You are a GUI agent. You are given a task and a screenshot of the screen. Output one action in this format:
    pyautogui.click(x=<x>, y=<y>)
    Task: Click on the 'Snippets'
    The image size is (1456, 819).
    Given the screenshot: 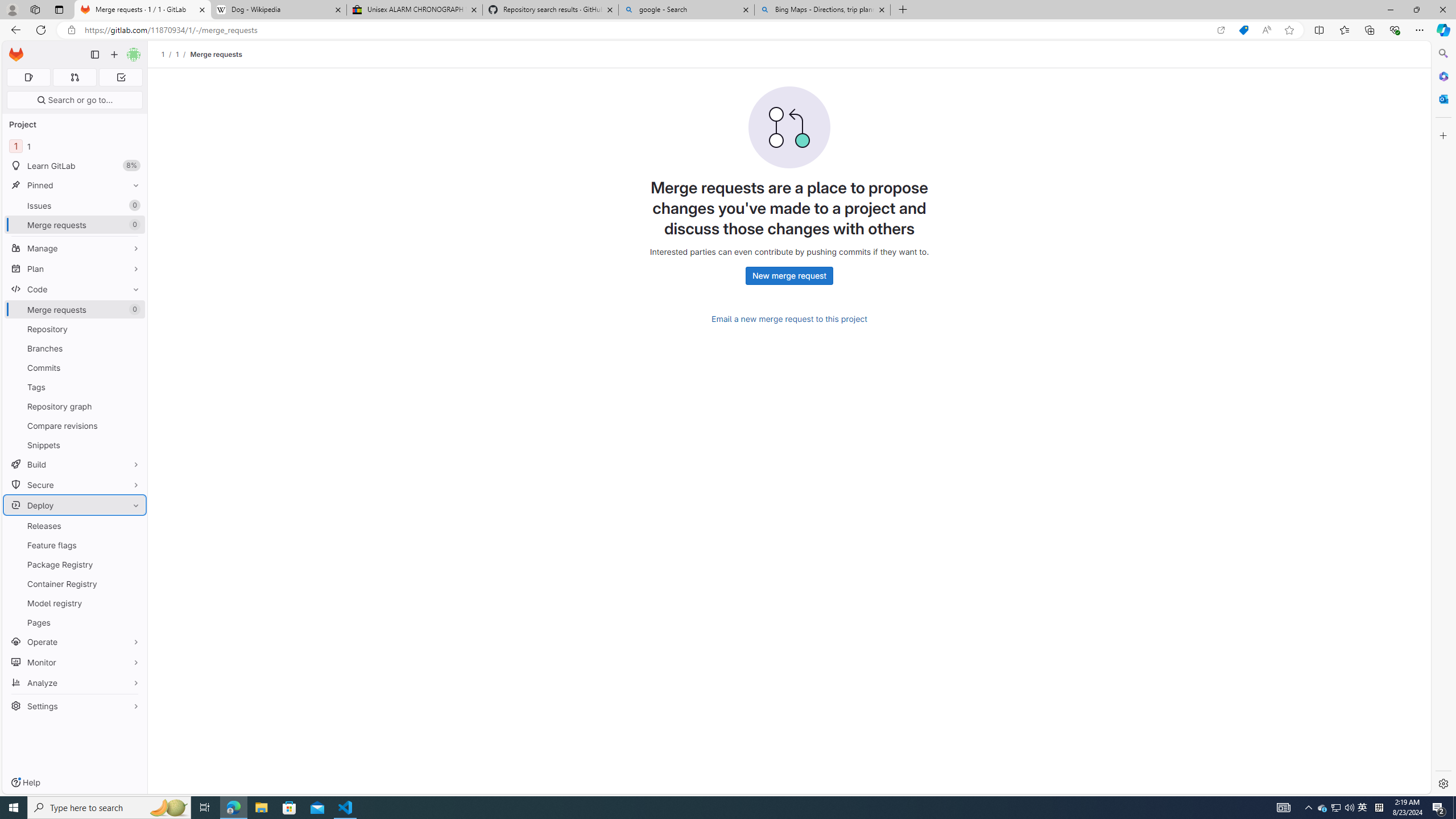 What is the action you would take?
    pyautogui.click(x=74, y=444)
    